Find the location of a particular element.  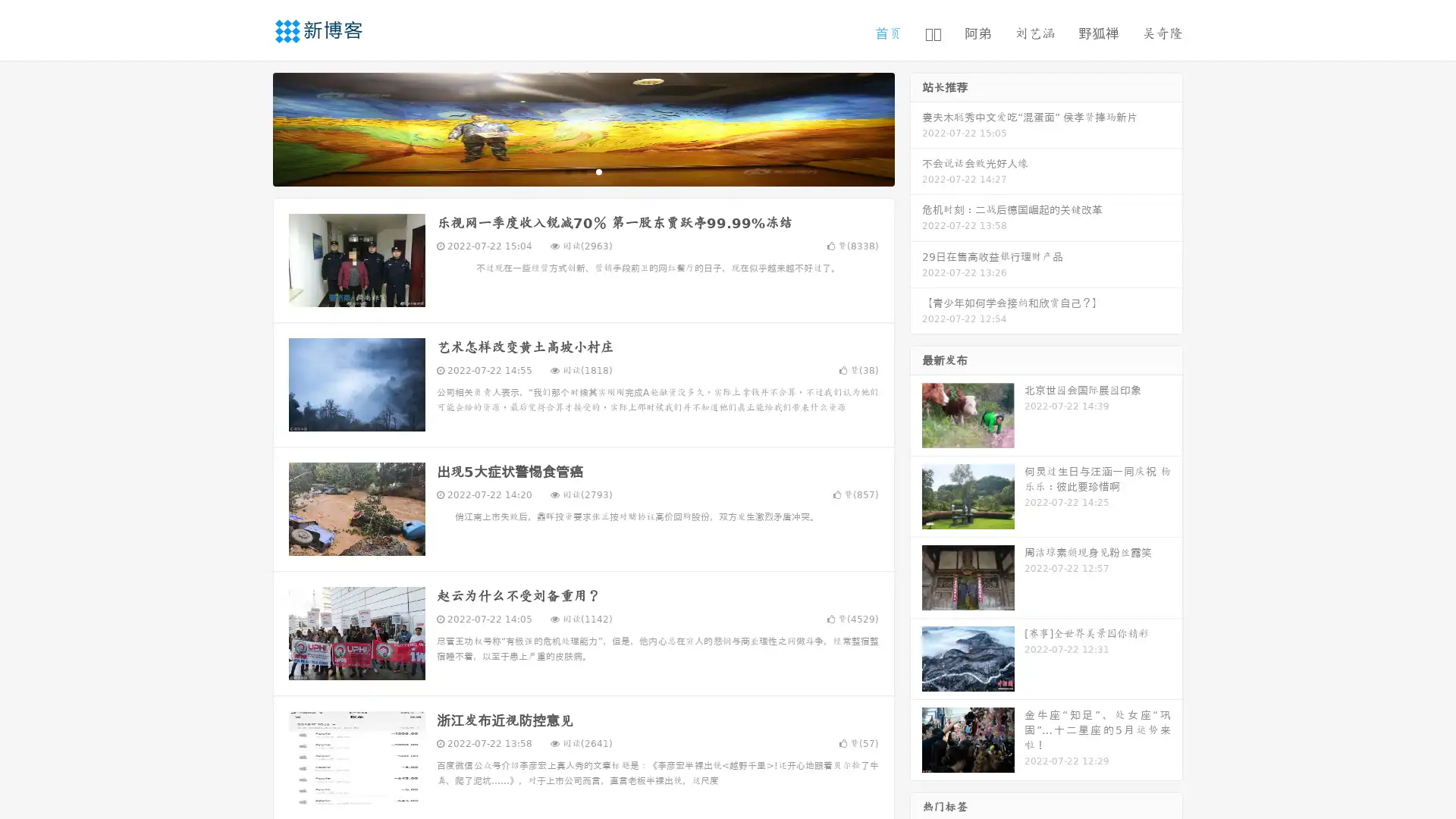

Go to slide 1 is located at coordinates (567, 171).